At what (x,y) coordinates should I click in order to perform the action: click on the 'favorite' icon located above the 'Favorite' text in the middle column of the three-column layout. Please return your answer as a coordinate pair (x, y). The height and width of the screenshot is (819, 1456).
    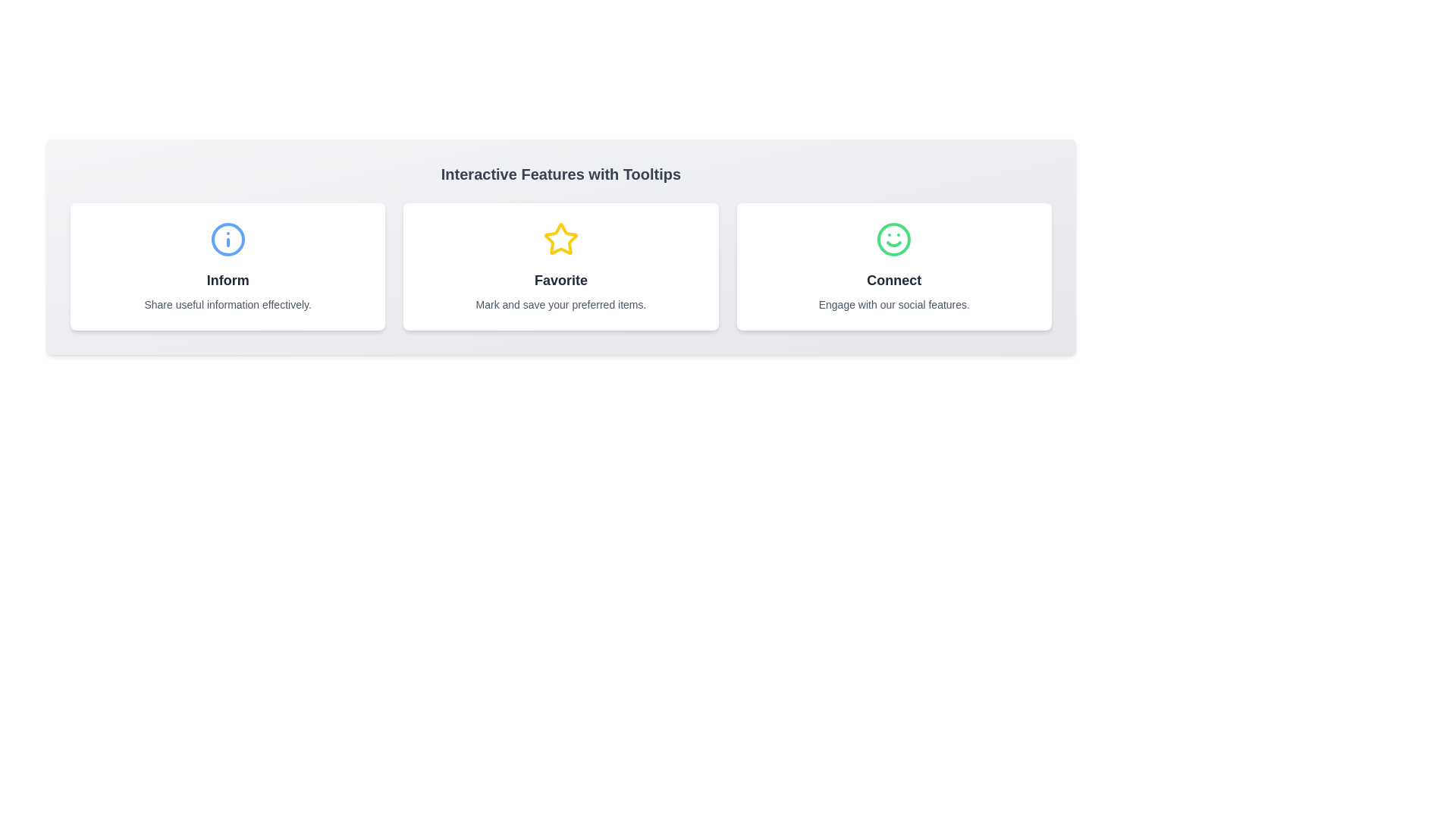
    Looking at the image, I should click on (560, 239).